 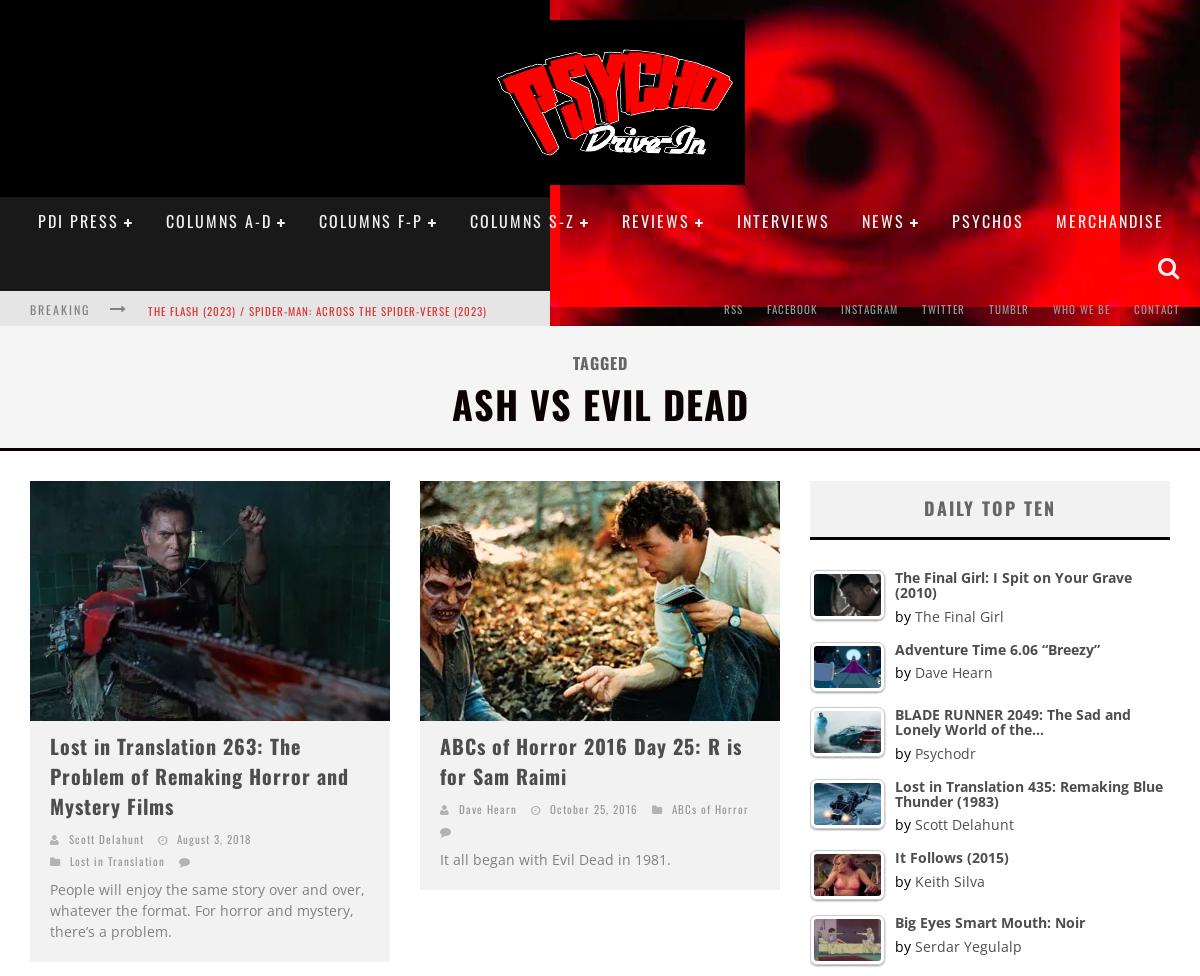 I want to click on 'The Fall of the House of Usher (2023)', so click(x=147, y=349).